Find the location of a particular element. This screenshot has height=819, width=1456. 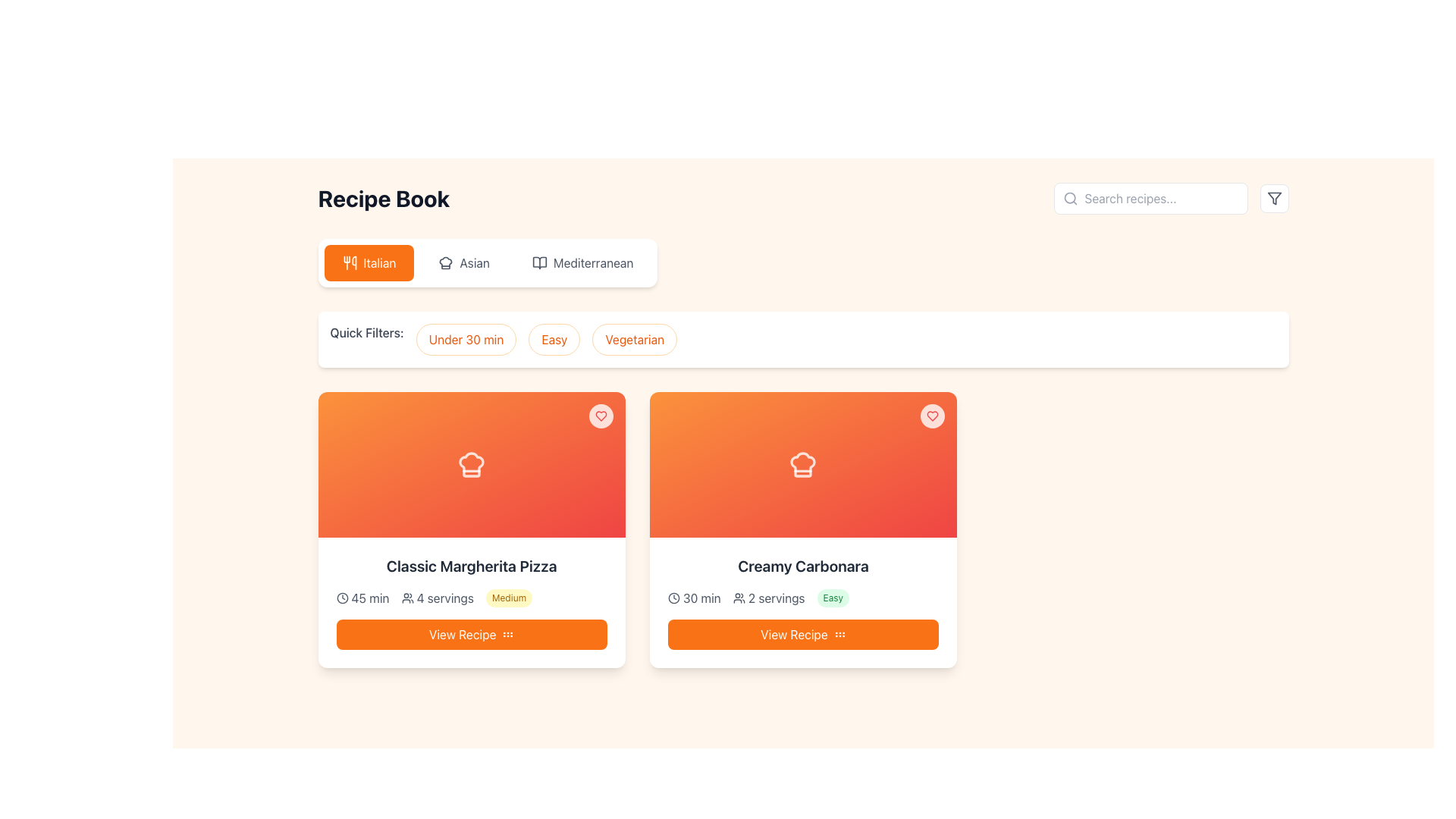

the text label displaying '4 servings' that is located next to a user icon within the card for the 'Classic Margherita Pizza' recipe is located at coordinates (444, 598).